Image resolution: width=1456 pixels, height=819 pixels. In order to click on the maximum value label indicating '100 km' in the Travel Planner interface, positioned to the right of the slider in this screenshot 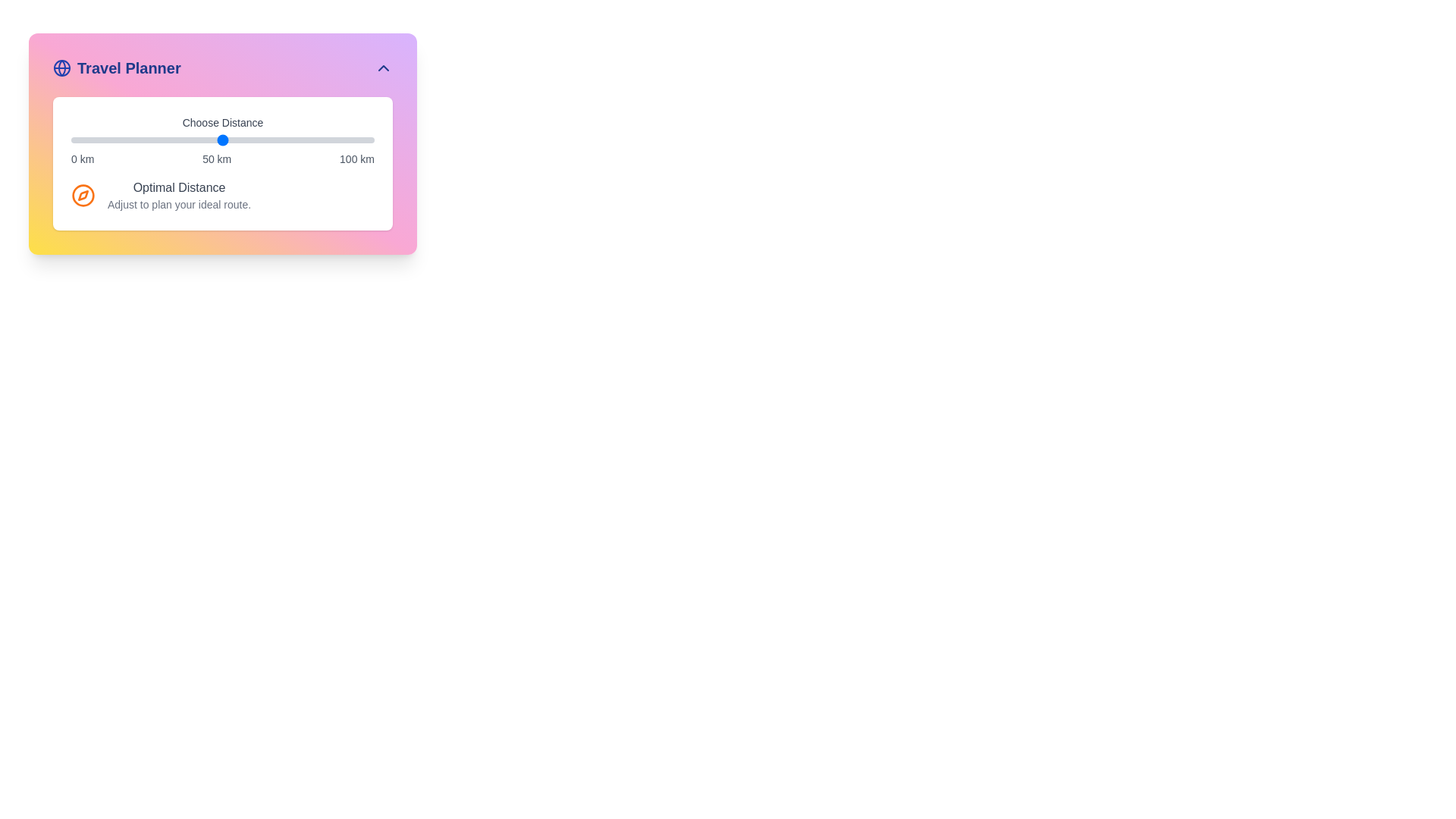, I will do `click(356, 158)`.